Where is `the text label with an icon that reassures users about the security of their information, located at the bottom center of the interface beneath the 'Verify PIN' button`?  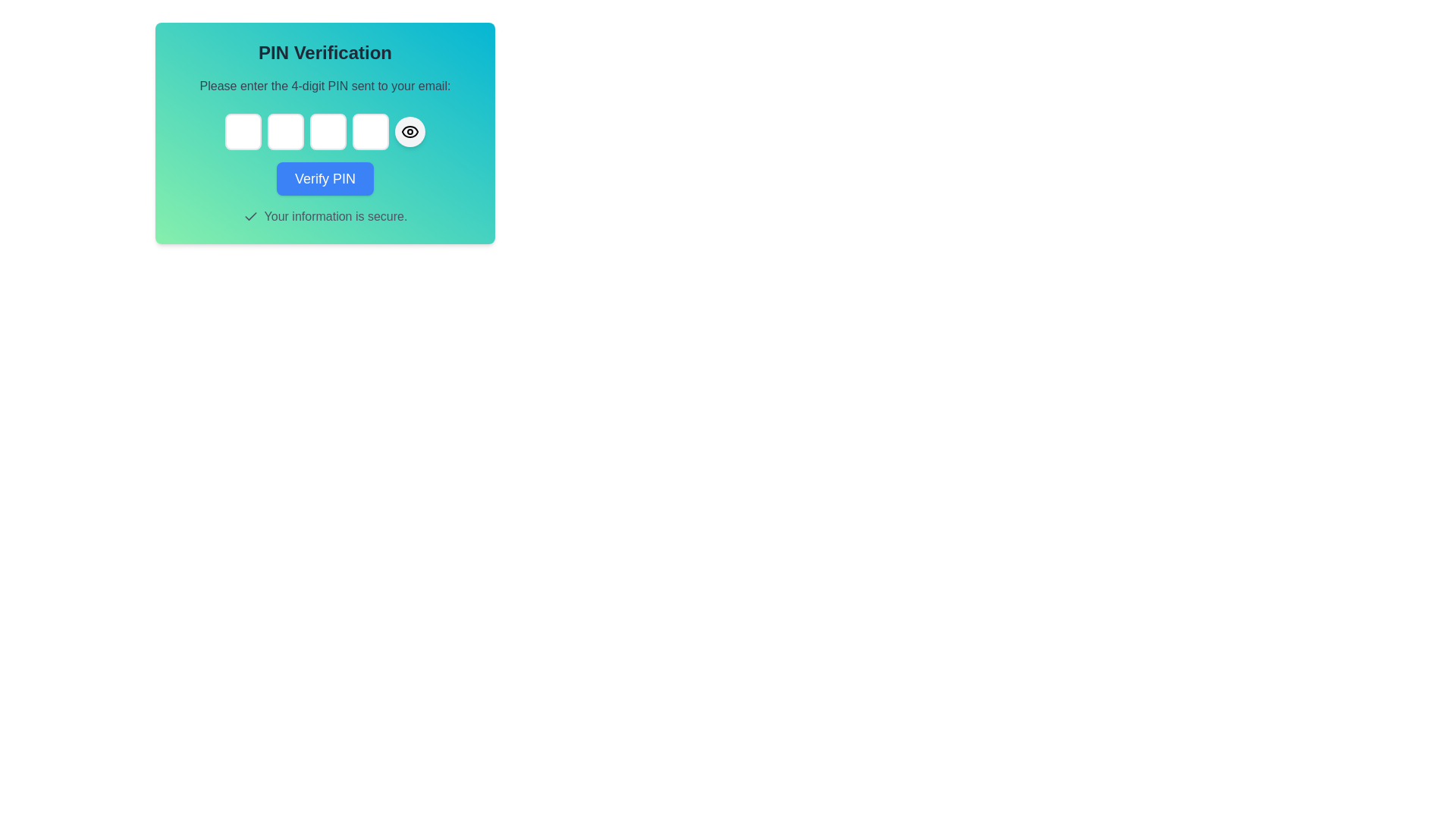
the text label with an icon that reassures users about the security of their information, located at the bottom center of the interface beneath the 'Verify PIN' button is located at coordinates (324, 216).